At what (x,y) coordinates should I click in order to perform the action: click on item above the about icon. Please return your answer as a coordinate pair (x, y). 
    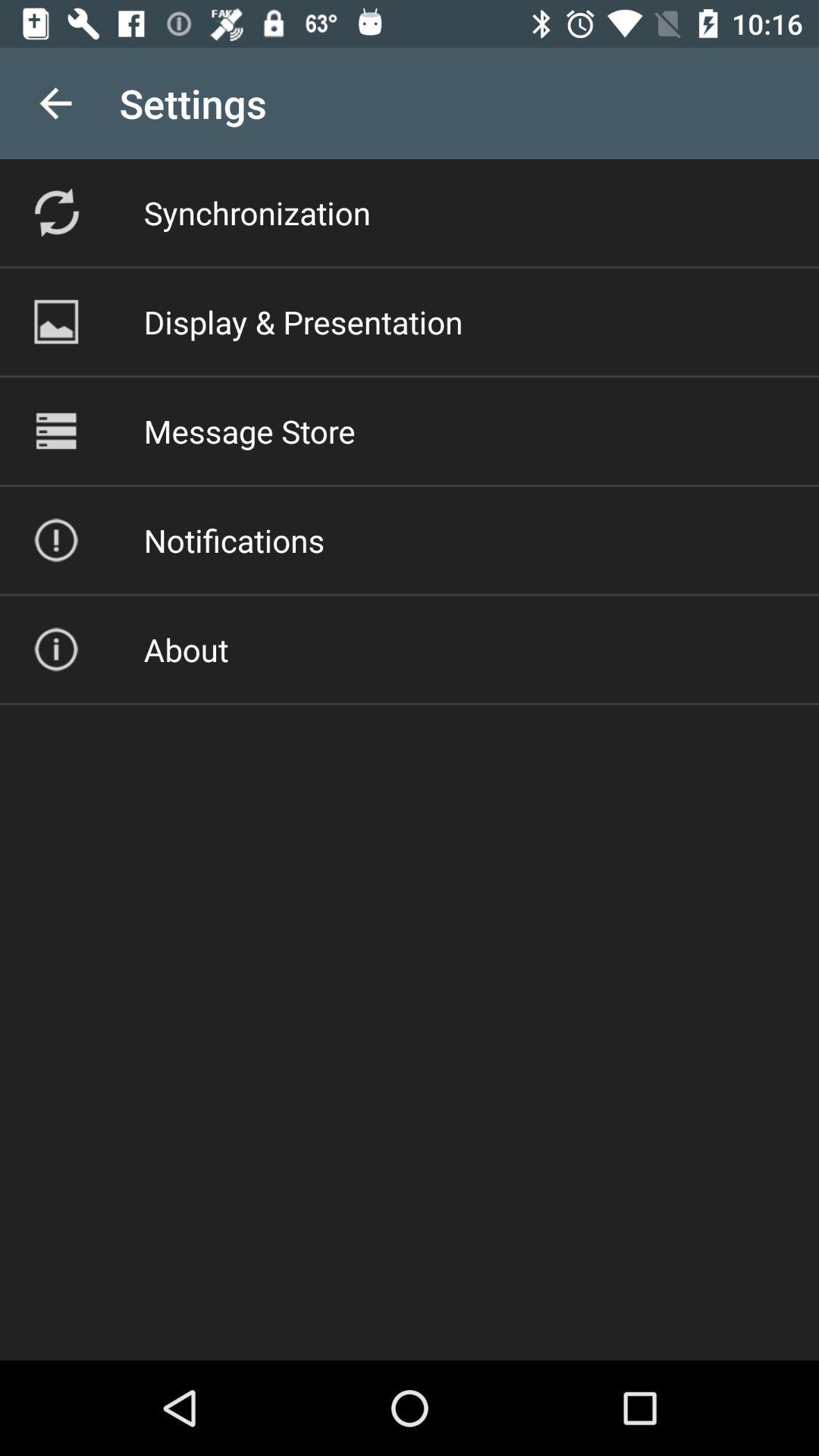
    Looking at the image, I should click on (234, 540).